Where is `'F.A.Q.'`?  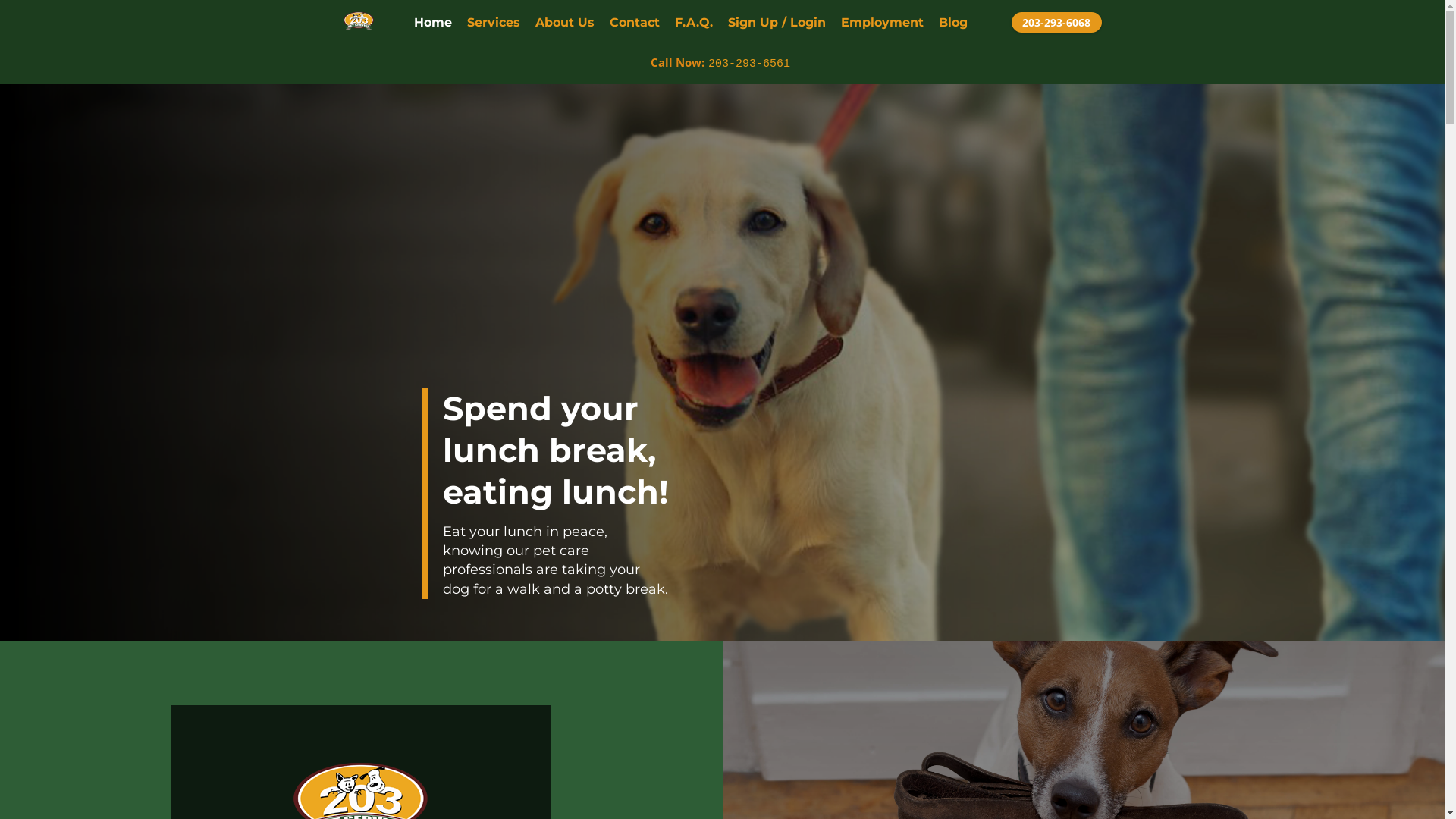 'F.A.Q.' is located at coordinates (673, 23).